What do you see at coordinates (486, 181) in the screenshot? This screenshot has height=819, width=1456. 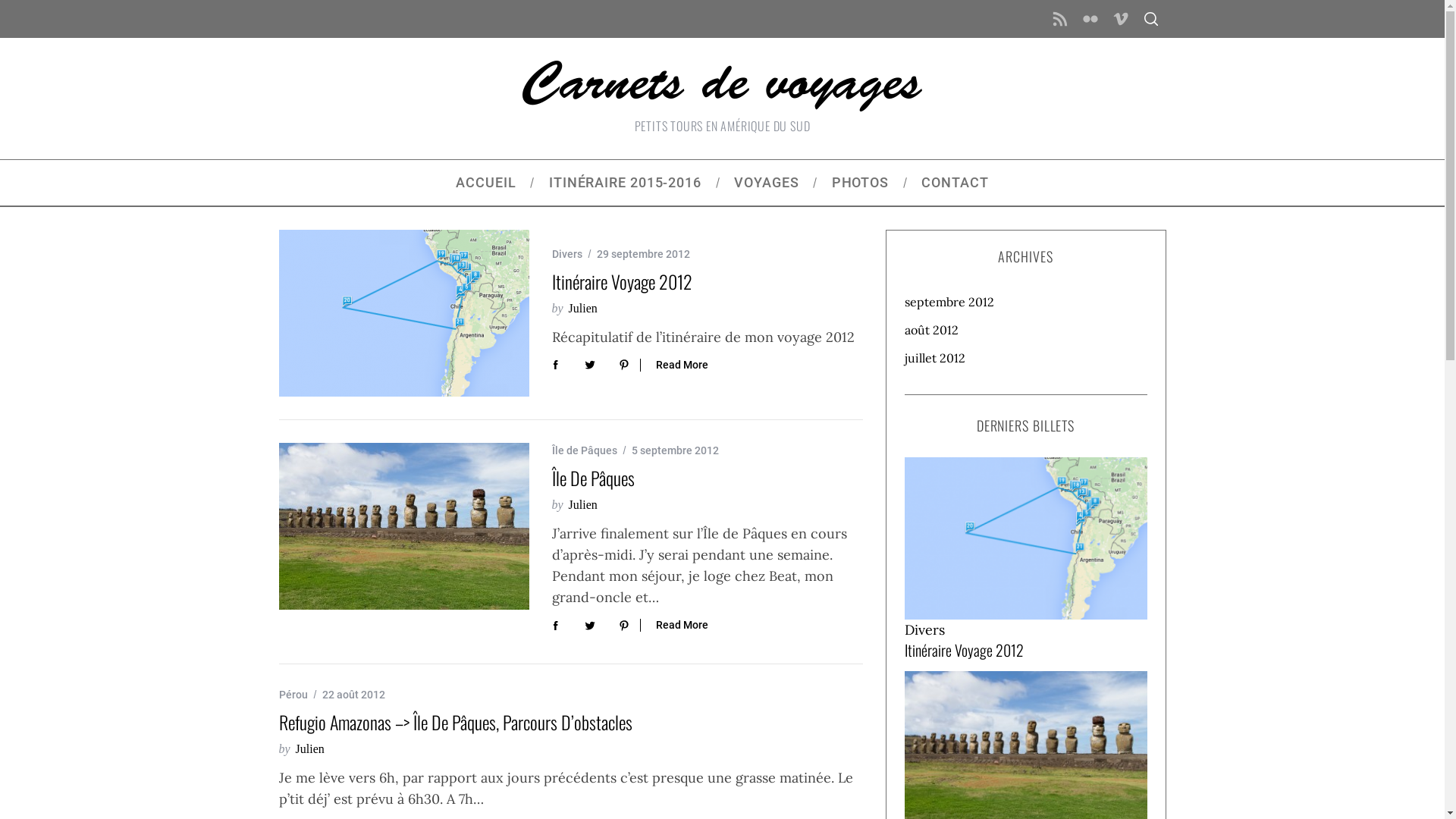 I see `'ACCUEIL'` at bounding box center [486, 181].